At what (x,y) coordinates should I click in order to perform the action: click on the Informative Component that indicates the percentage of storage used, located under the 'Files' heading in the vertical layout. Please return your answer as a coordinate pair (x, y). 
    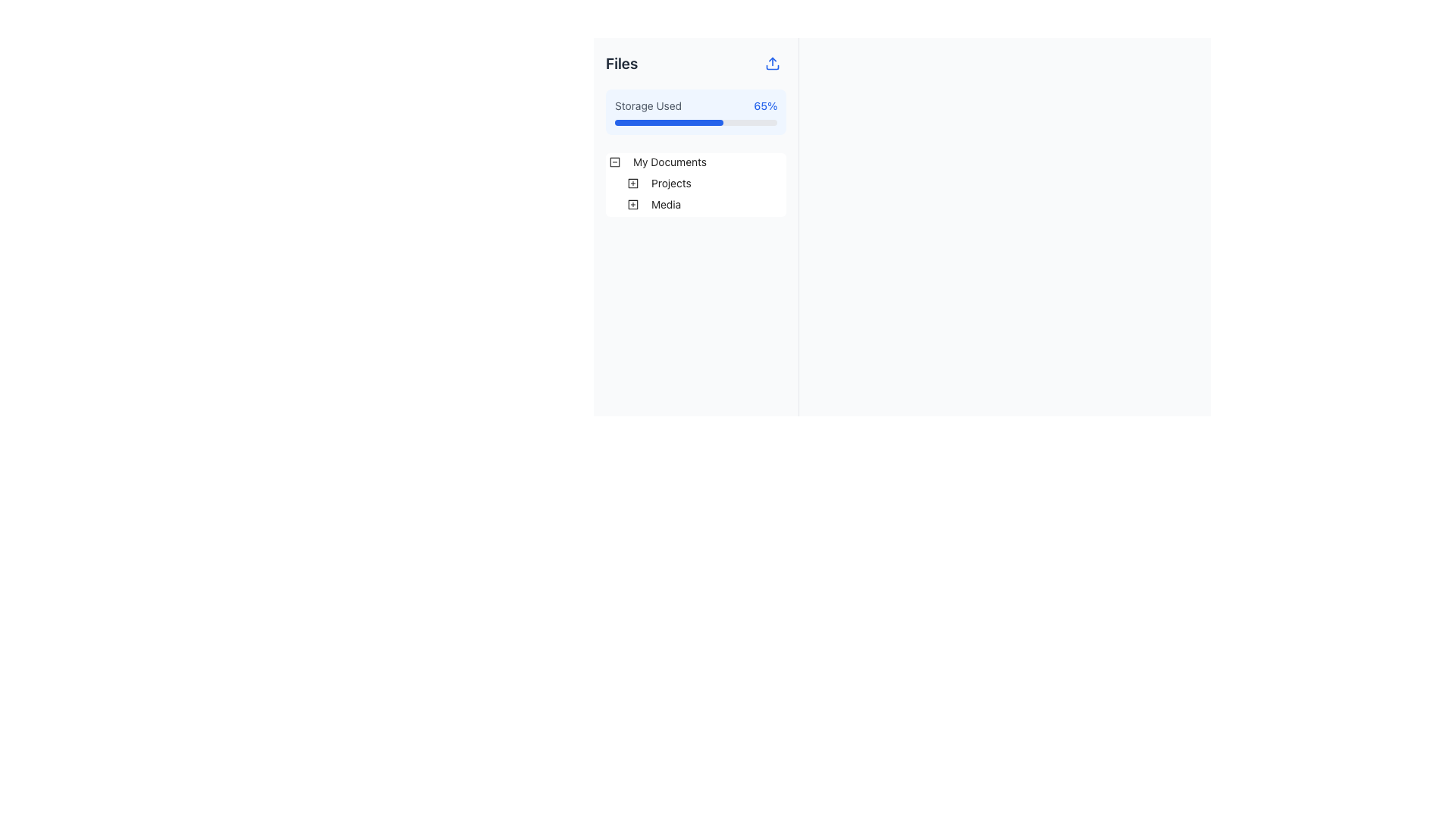
    Looking at the image, I should click on (695, 111).